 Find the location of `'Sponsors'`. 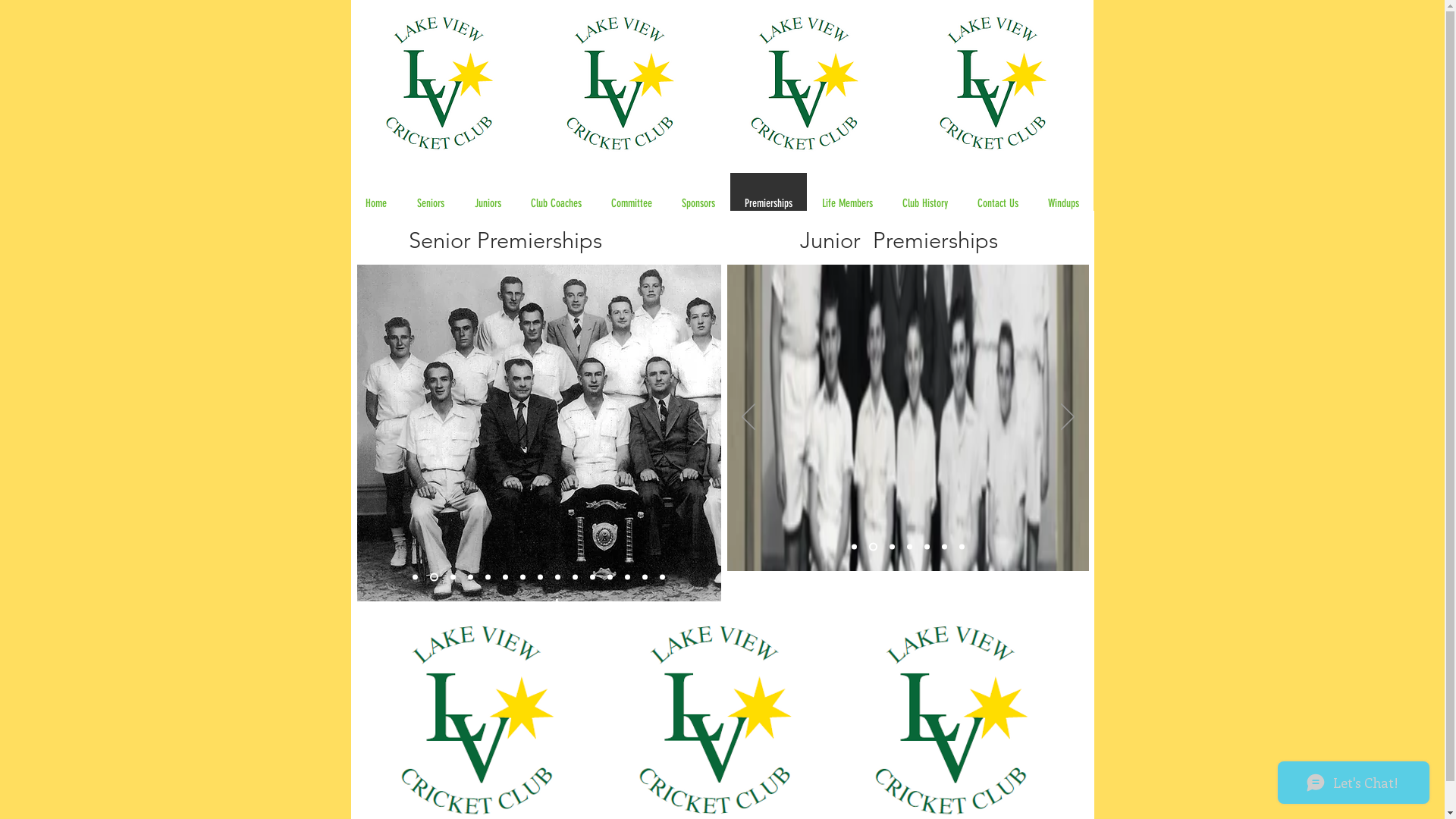

'Sponsors' is located at coordinates (696, 202).